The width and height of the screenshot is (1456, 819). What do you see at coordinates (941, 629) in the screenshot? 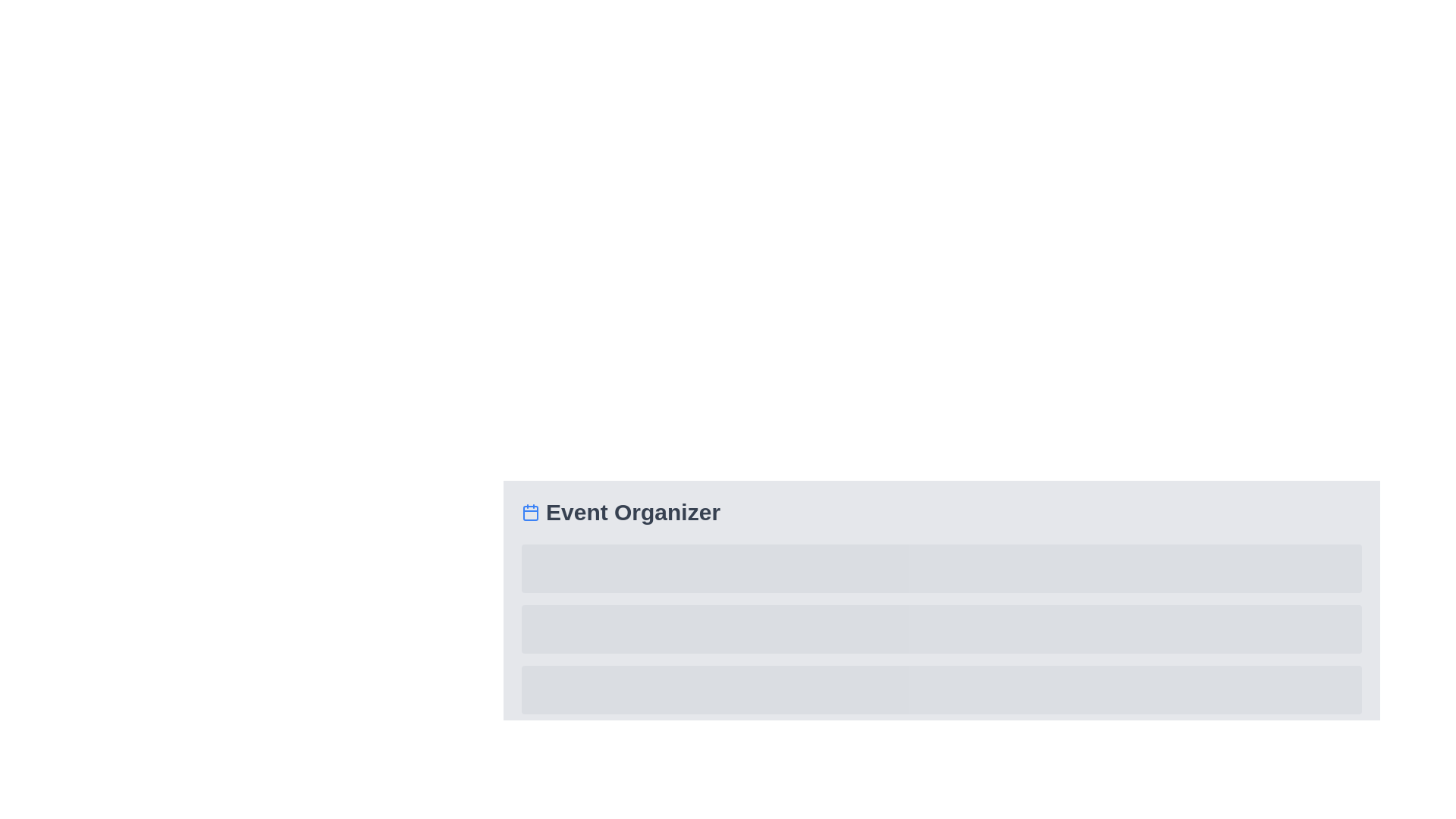
I see `the second loading placeholder, which is a horizontal rectangular component with a light gray background and rounded corners, indicating a loading state` at bounding box center [941, 629].